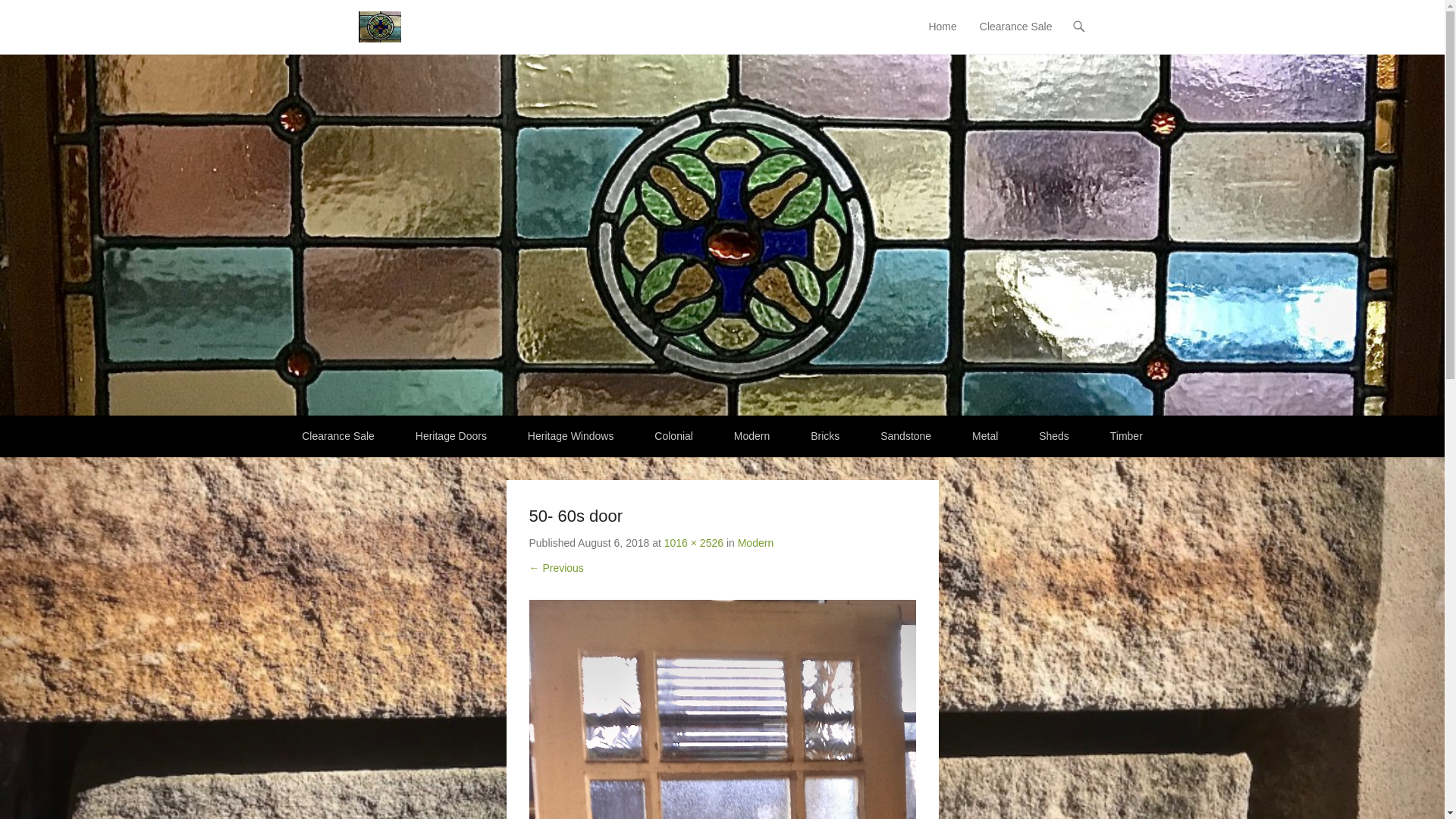 The width and height of the screenshot is (1456, 819). Describe the element at coordinates (450, 436) in the screenshot. I see `'Heritage Doors'` at that location.